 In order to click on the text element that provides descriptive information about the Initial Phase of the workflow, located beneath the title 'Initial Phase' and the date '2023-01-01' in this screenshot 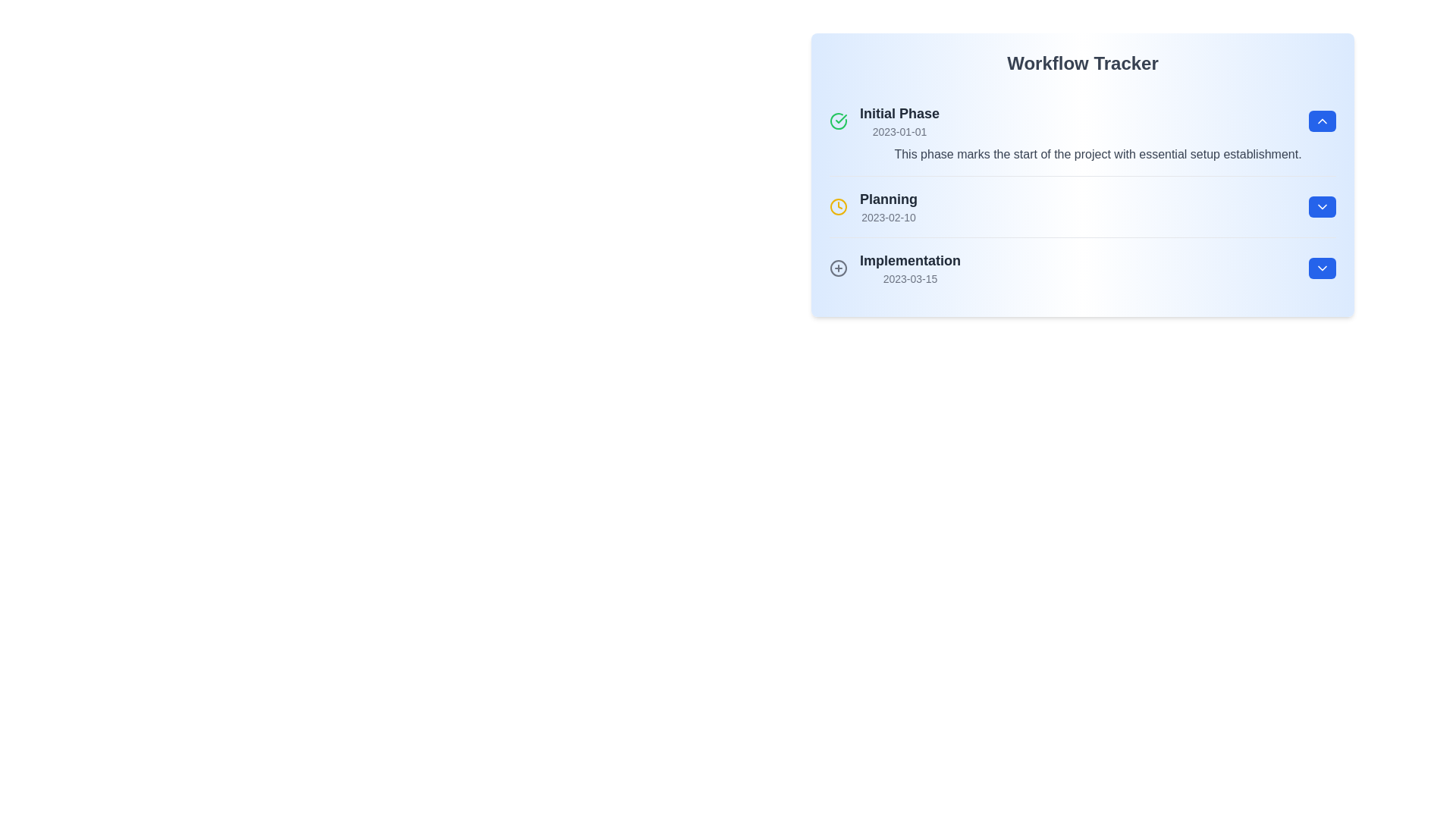, I will do `click(1082, 155)`.